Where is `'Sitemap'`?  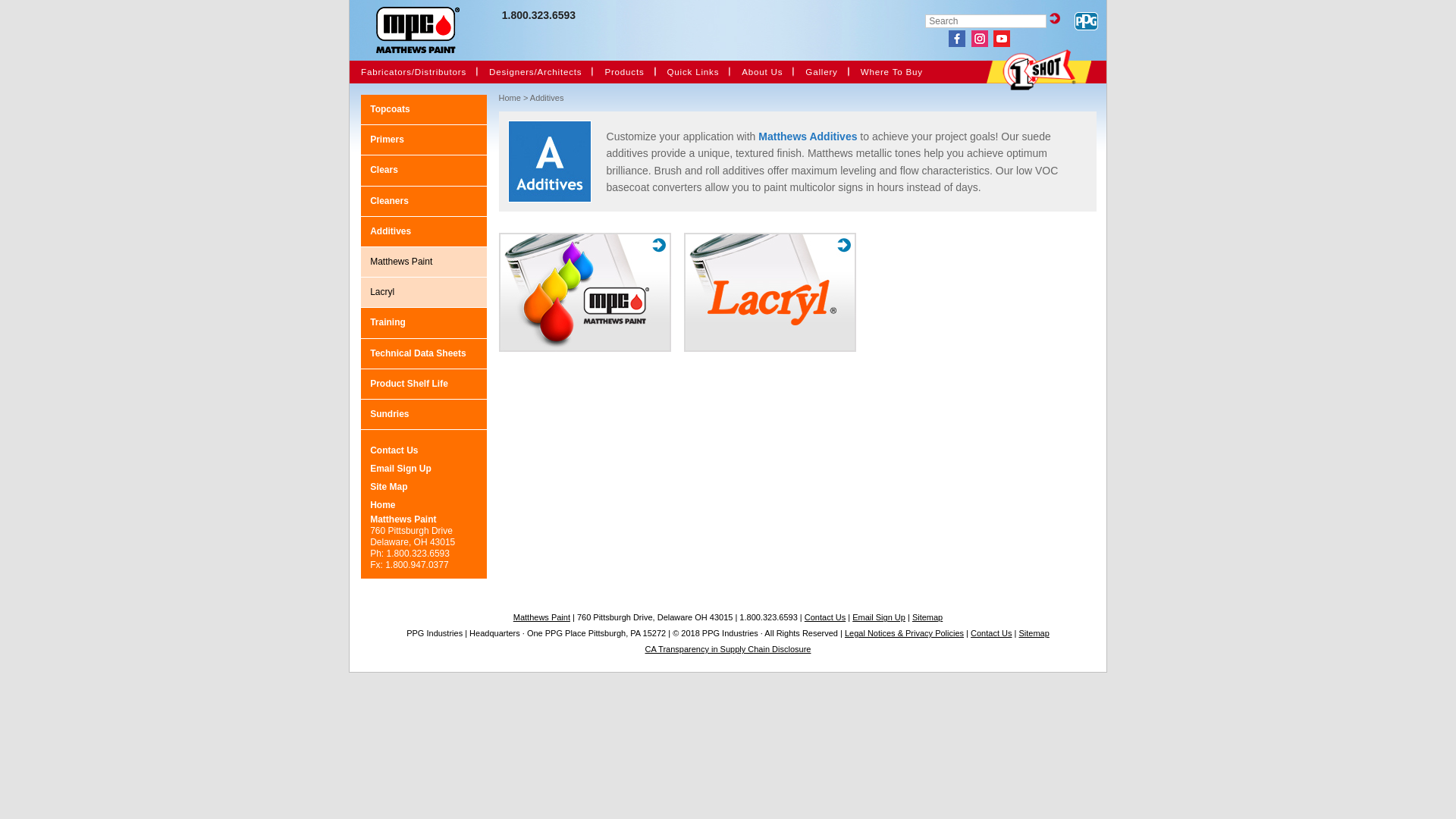
'Sitemap' is located at coordinates (1018, 632).